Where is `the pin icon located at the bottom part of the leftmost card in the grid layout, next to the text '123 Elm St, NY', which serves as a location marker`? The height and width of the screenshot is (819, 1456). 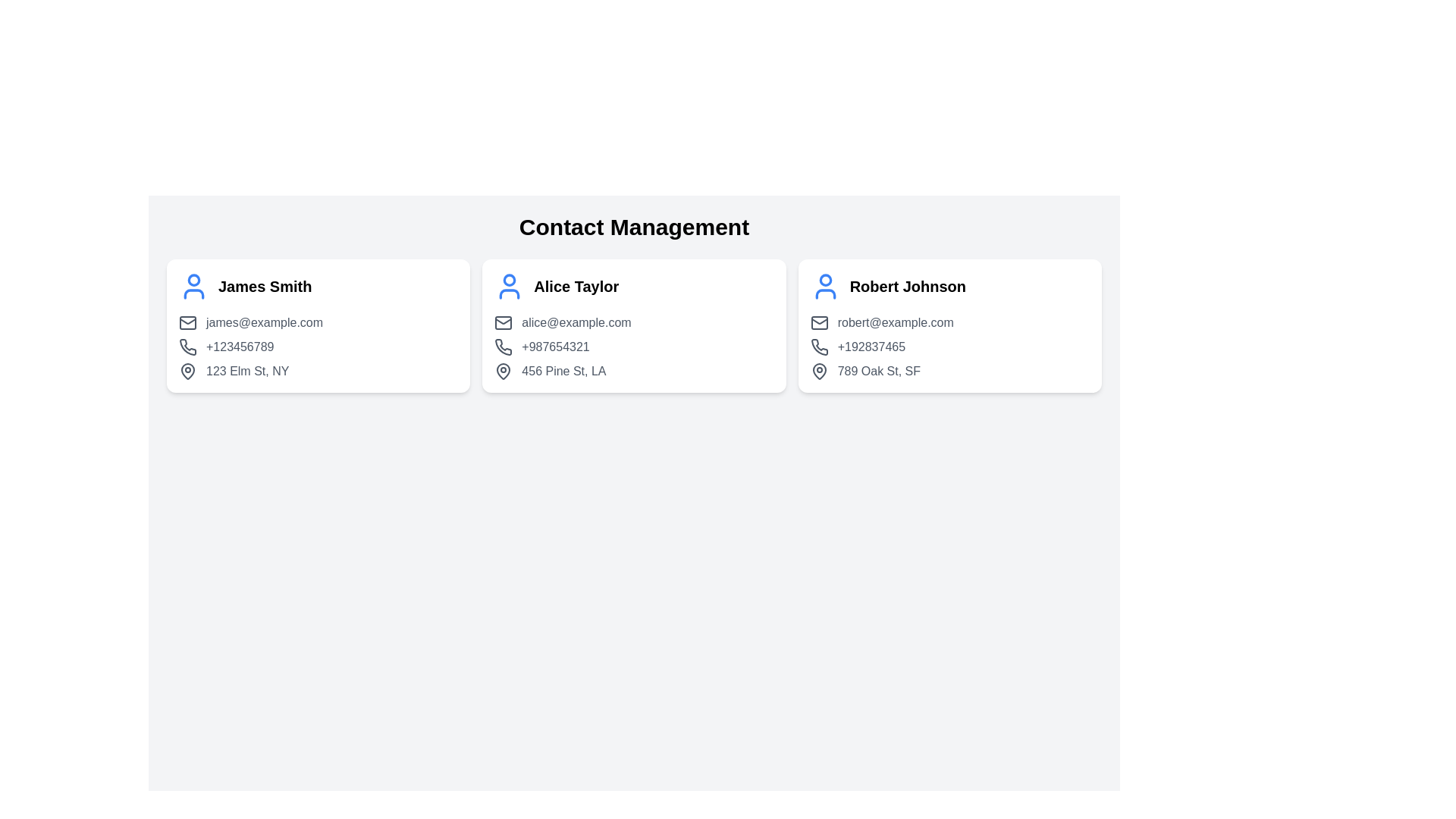
the pin icon located at the bottom part of the leftmost card in the grid layout, next to the text '123 Elm St, NY', which serves as a location marker is located at coordinates (187, 371).